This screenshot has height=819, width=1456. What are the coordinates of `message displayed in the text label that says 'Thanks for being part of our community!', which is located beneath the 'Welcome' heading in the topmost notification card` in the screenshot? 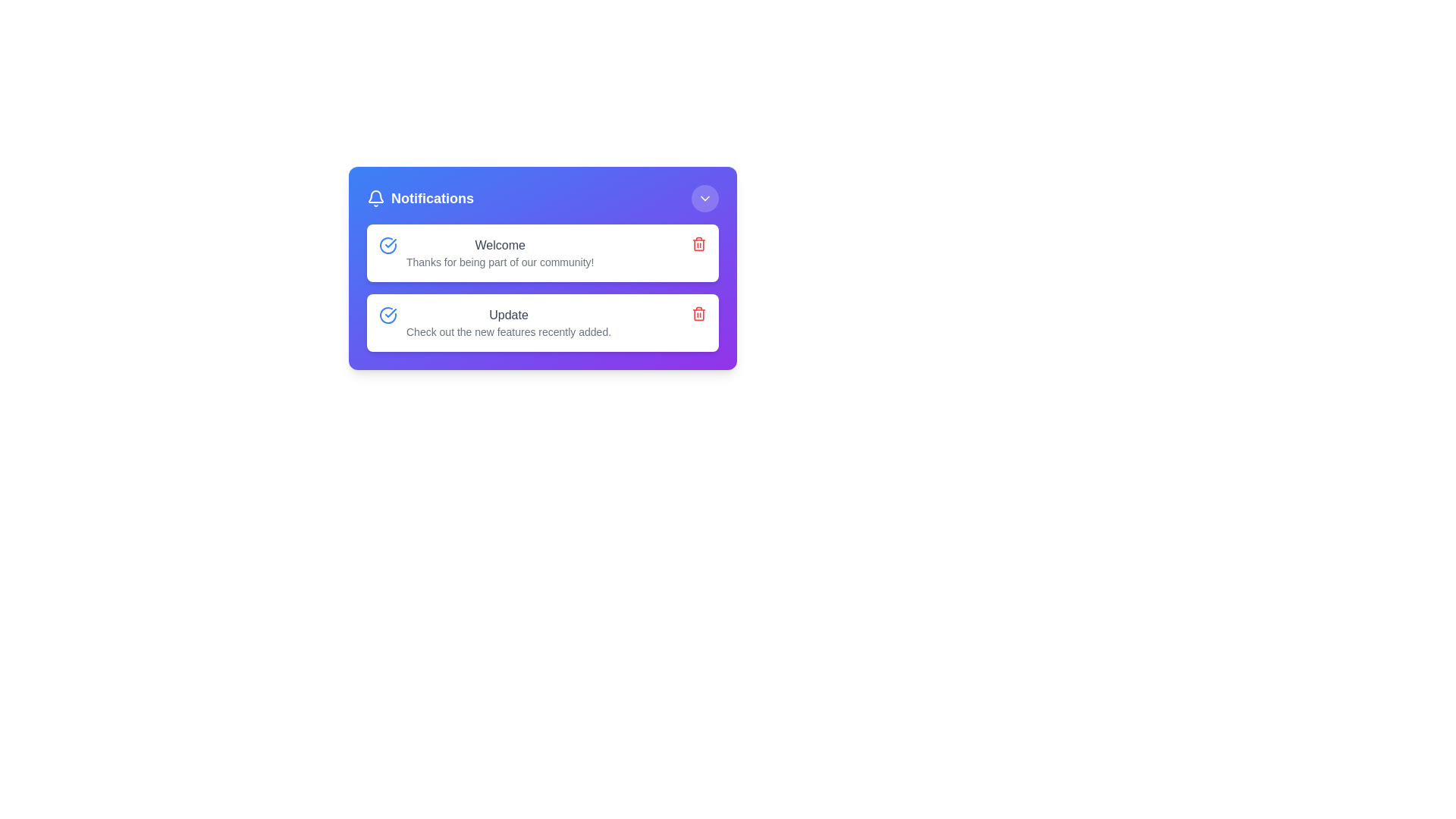 It's located at (500, 262).